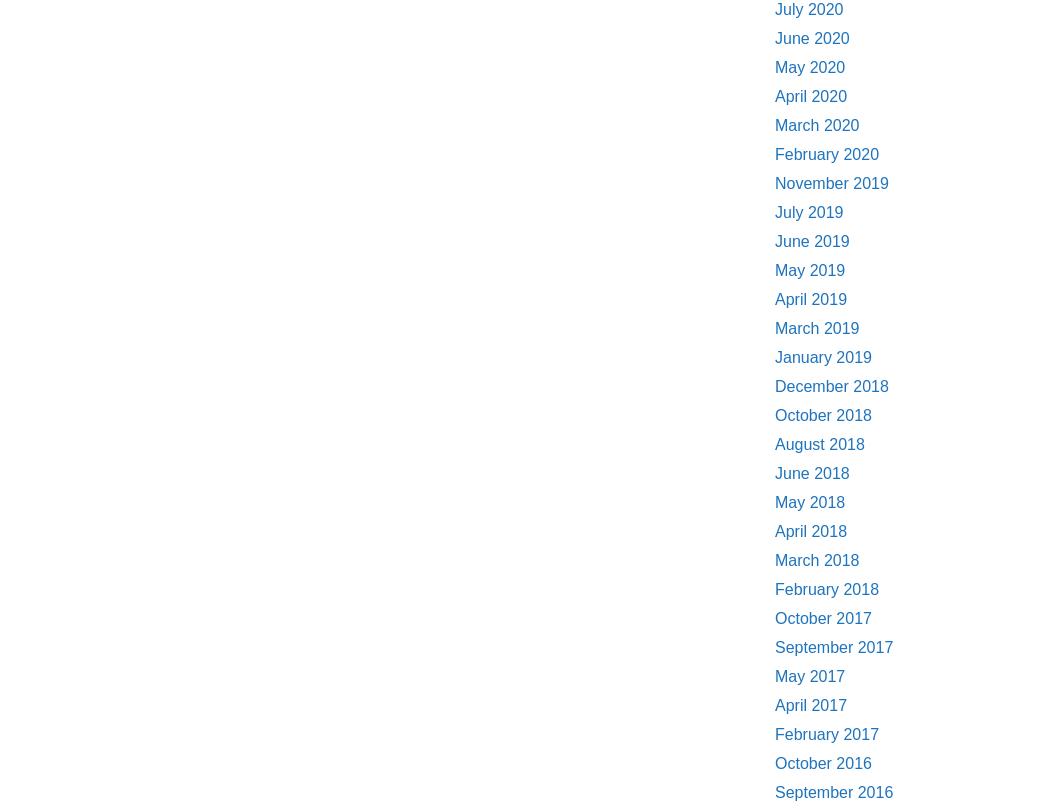 This screenshot has width=1050, height=809. What do you see at coordinates (810, 240) in the screenshot?
I see `'June 2019'` at bounding box center [810, 240].